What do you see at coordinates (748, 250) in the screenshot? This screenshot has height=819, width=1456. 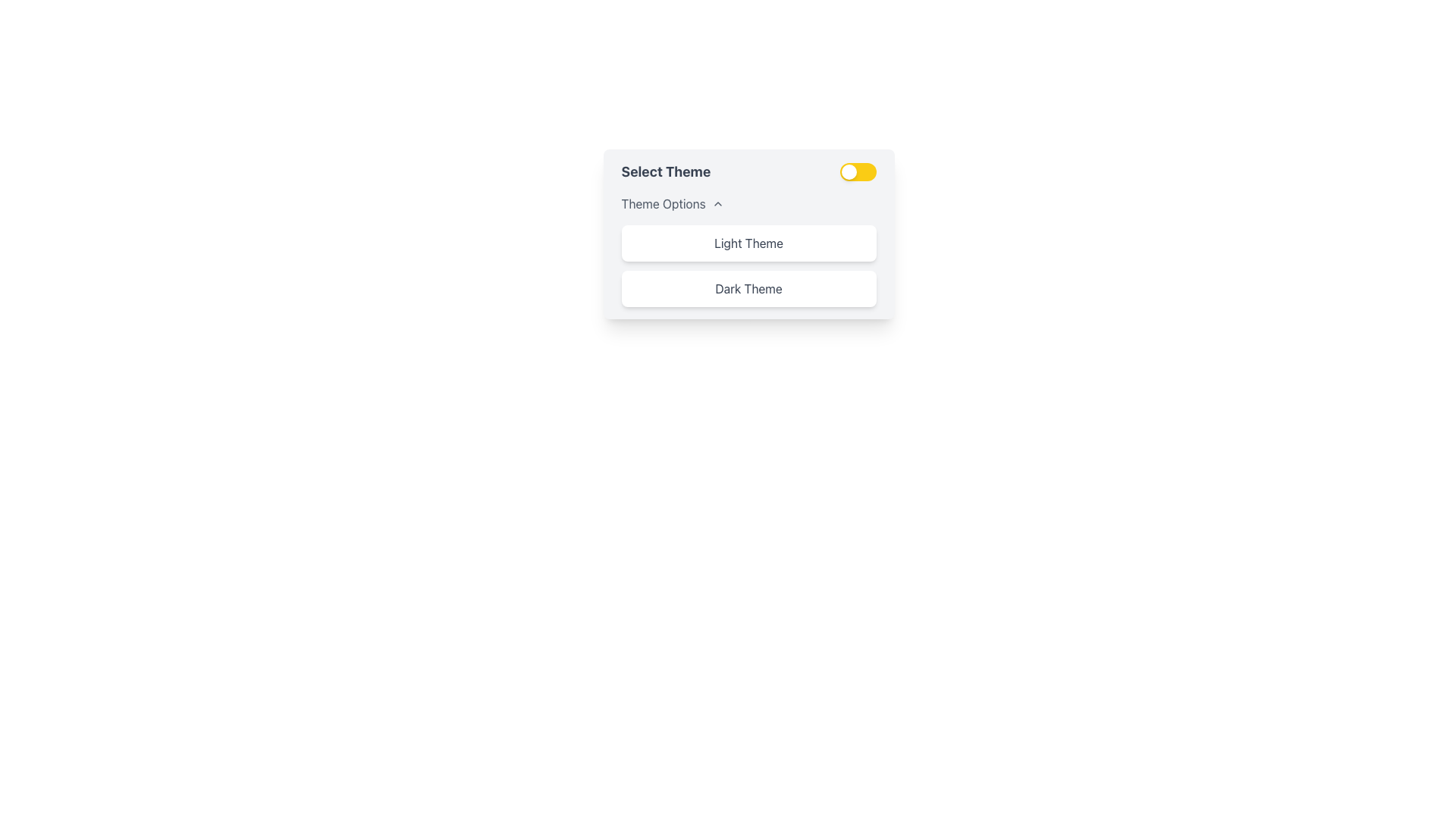 I see `the dropdown menu titled 'Select Theme'` at bounding box center [748, 250].